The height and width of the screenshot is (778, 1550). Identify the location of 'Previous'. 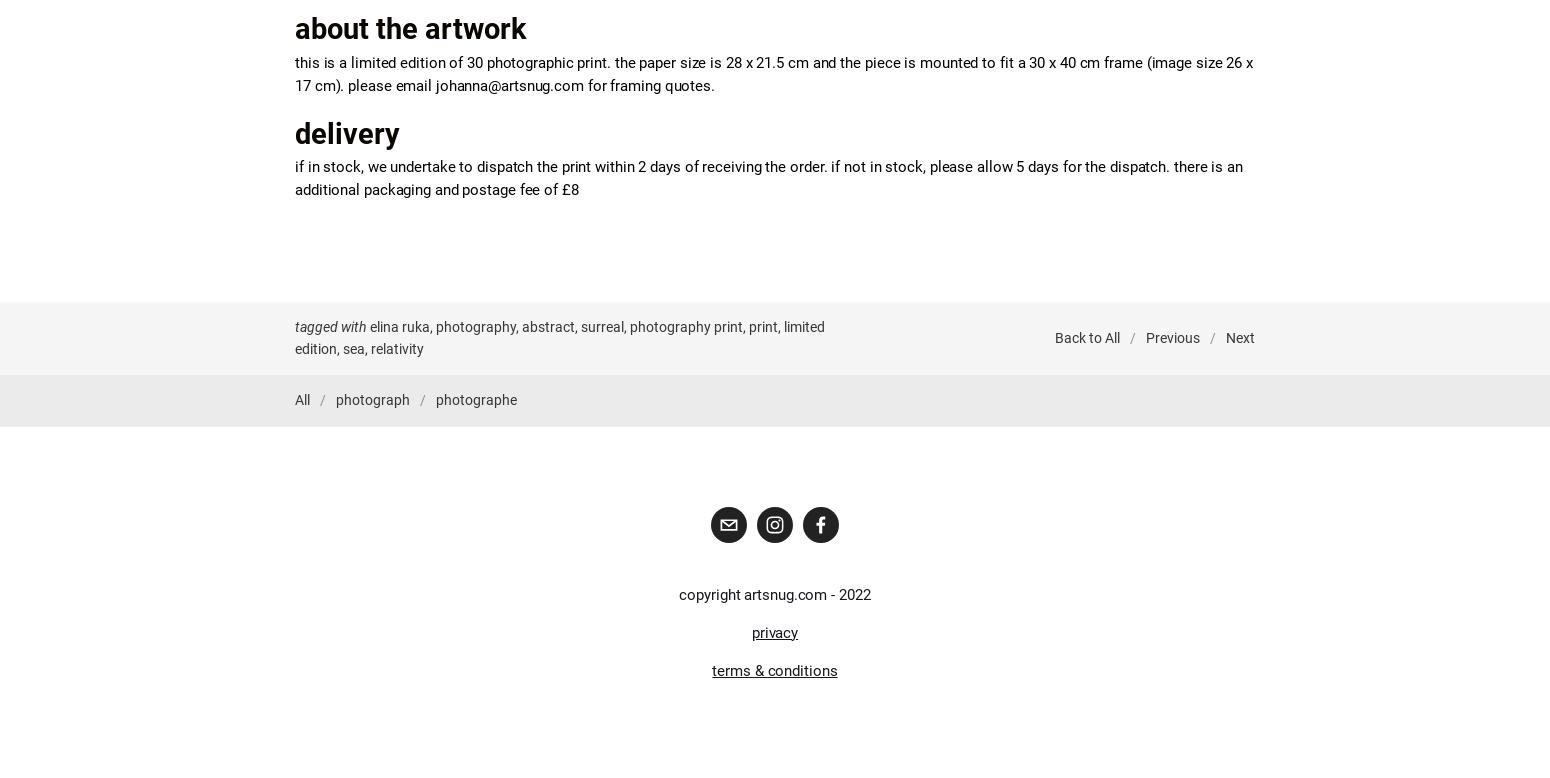
(1173, 336).